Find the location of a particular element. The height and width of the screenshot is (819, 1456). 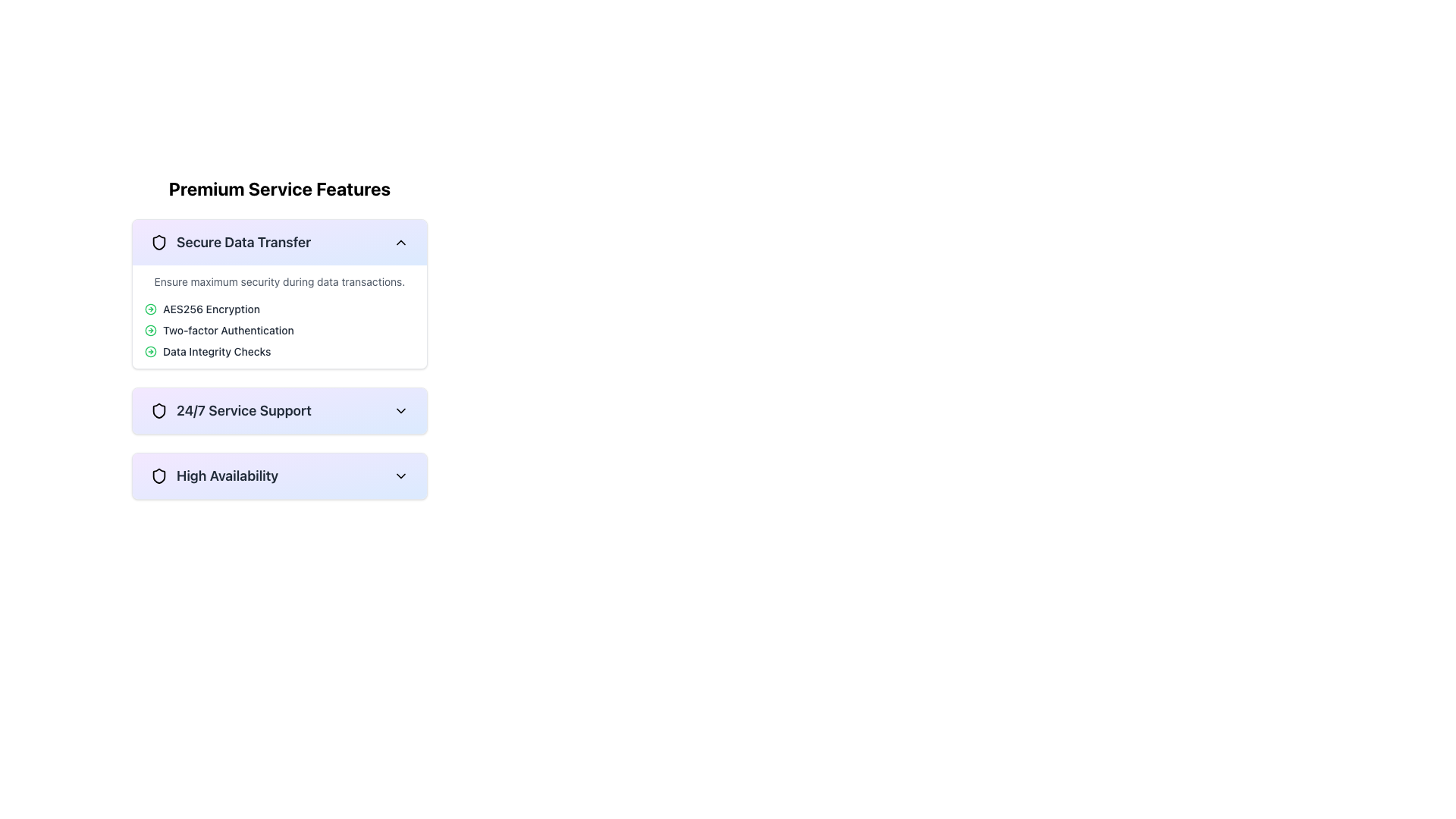

the Collapsible section header labeled 'High Availability' is located at coordinates (280, 475).